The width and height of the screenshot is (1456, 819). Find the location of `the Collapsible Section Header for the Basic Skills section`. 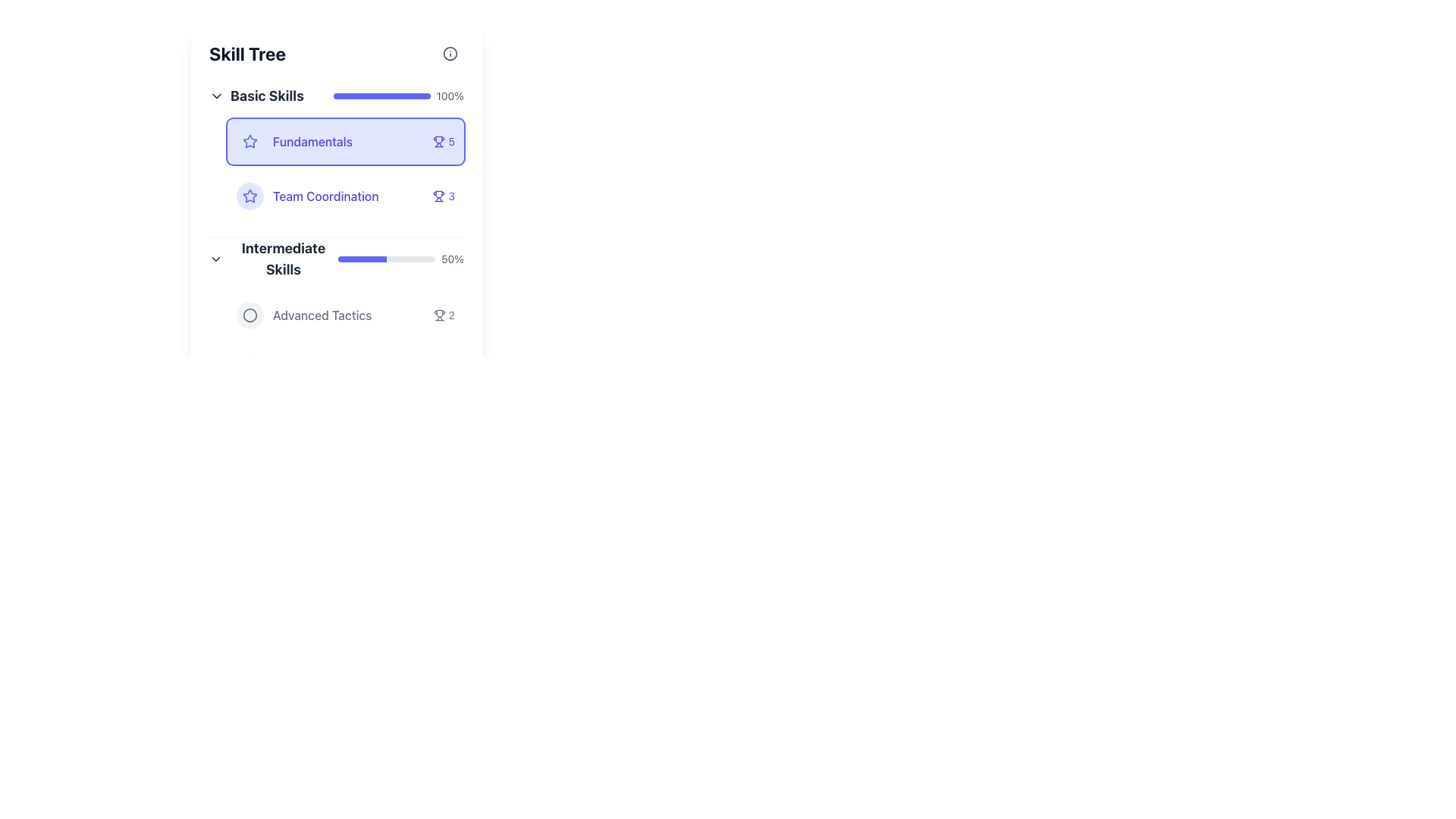

the Collapsible Section Header for the Basic Skills section is located at coordinates (256, 96).